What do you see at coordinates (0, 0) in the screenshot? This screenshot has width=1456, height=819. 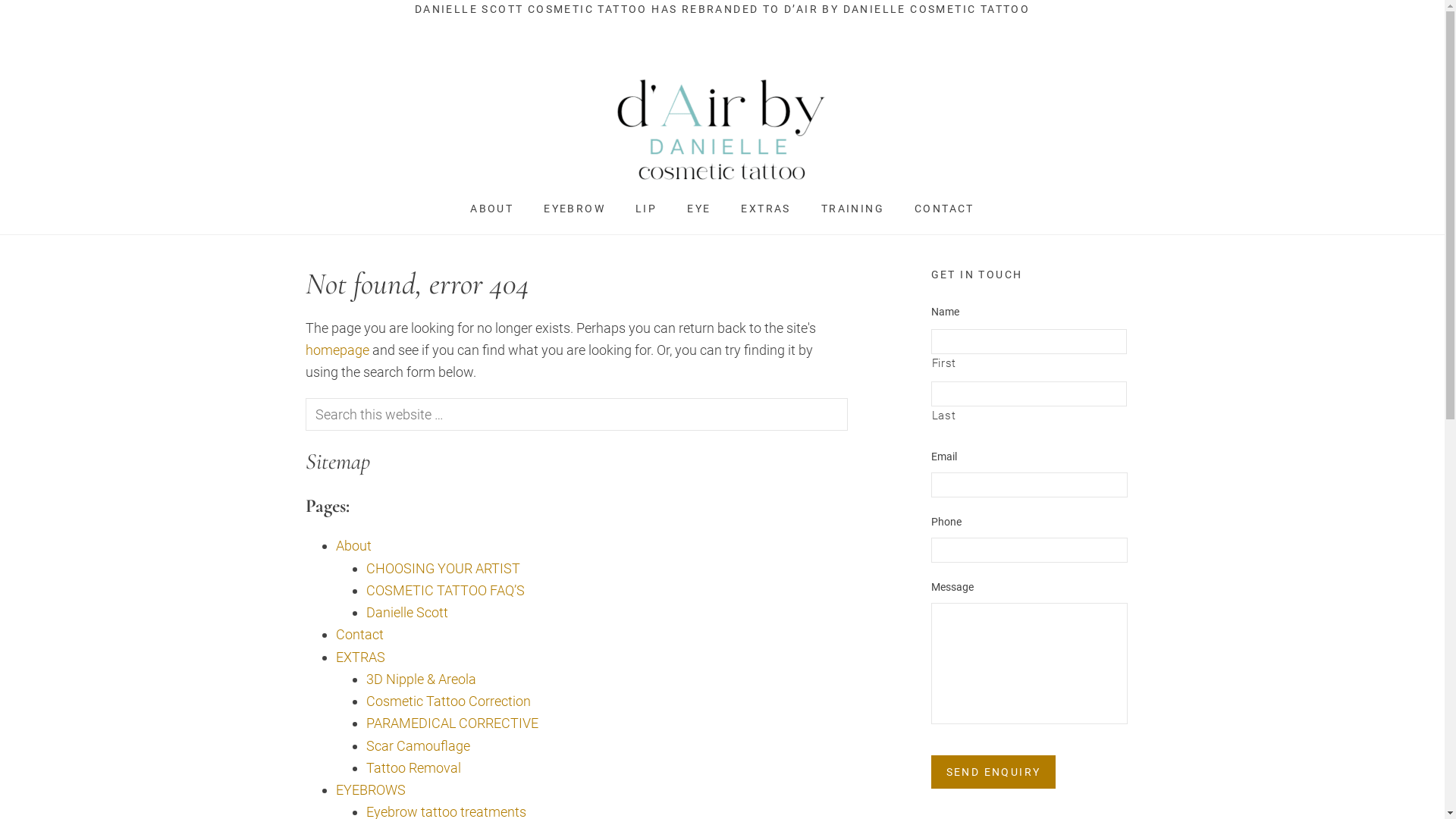 I see `'Skip to content'` at bounding box center [0, 0].